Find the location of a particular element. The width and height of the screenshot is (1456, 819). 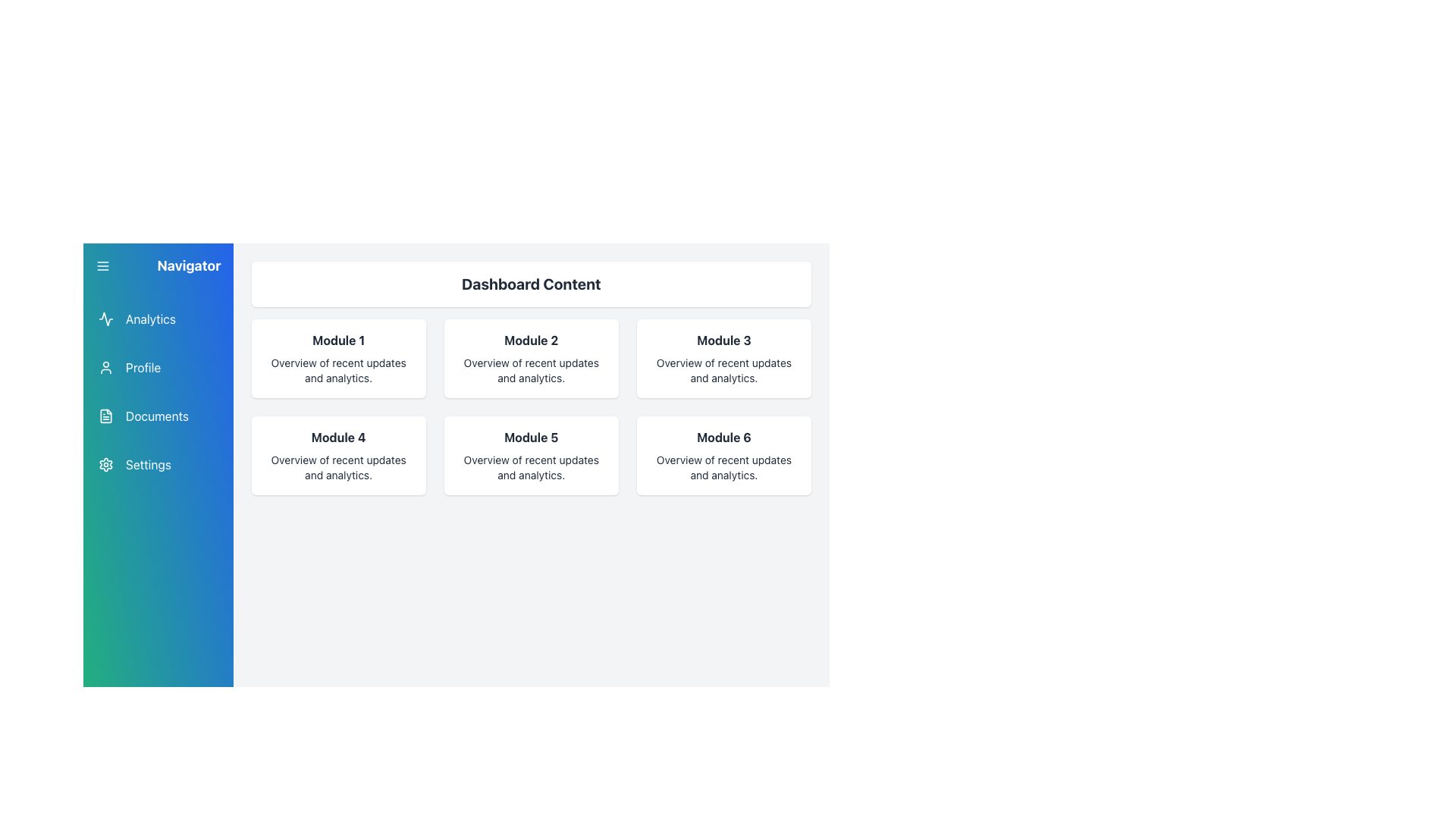

the 'Profile' button in the sidebar menu is located at coordinates (158, 368).